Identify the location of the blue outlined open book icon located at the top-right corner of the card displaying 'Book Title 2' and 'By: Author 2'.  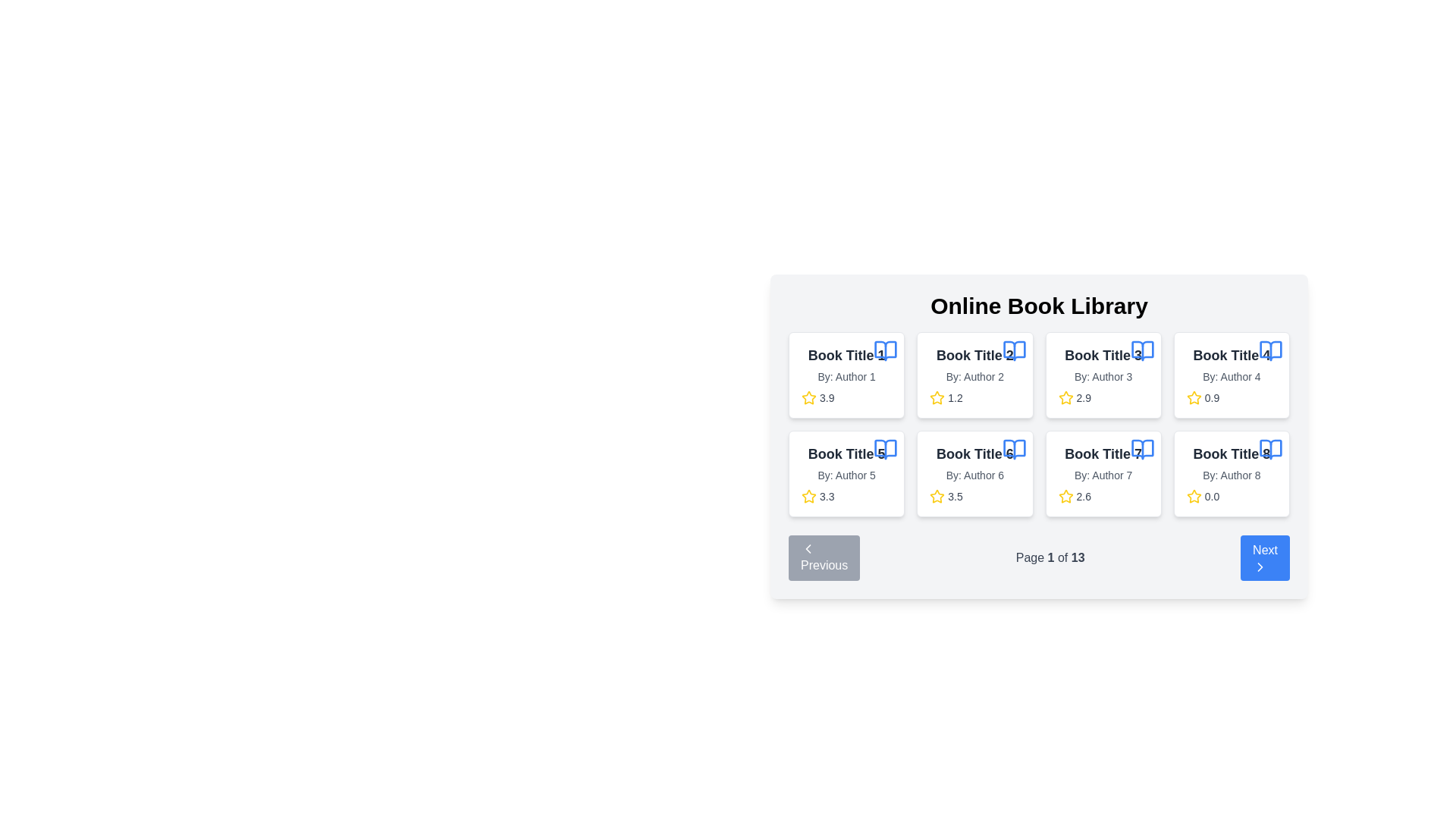
(1014, 350).